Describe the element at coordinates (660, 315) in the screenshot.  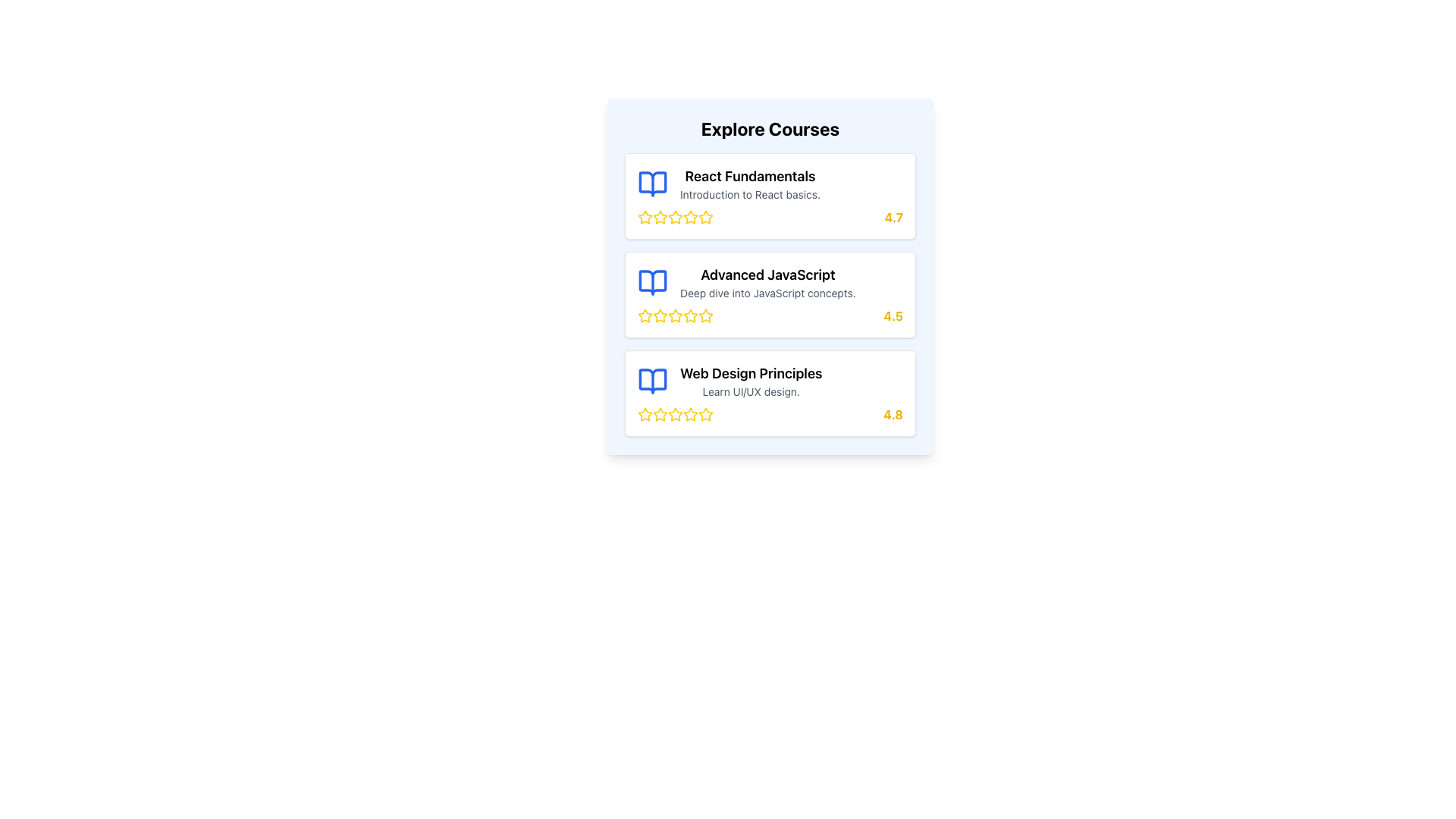
I see `the third yellow star-shaped rating icon in the 'Advanced JavaScript' course section, which is part of a row of five stars in the second course card` at that location.